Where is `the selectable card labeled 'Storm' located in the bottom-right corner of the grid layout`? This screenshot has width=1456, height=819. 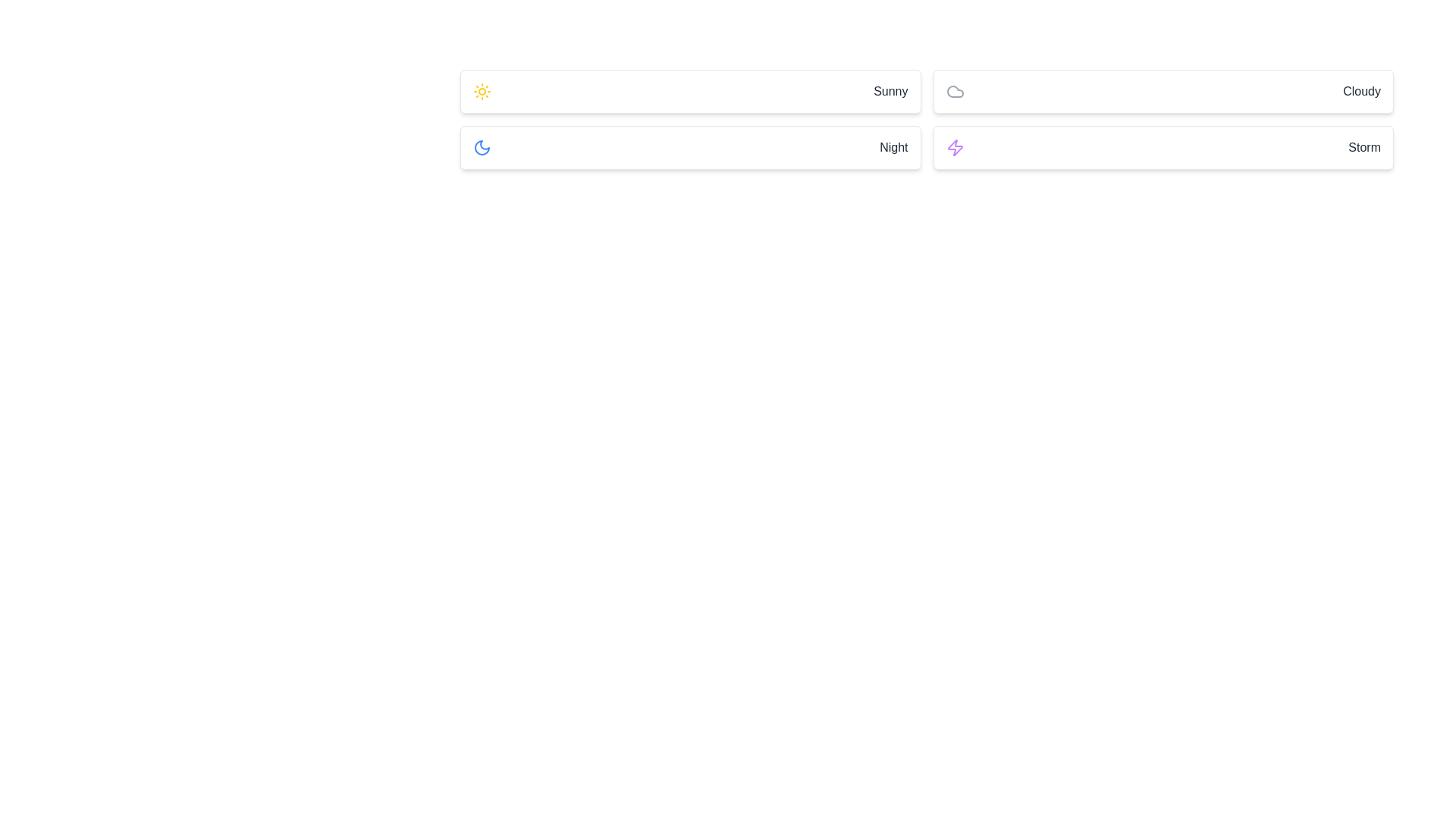 the selectable card labeled 'Storm' located in the bottom-right corner of the grid layout is located at coordinates (1163, 148).